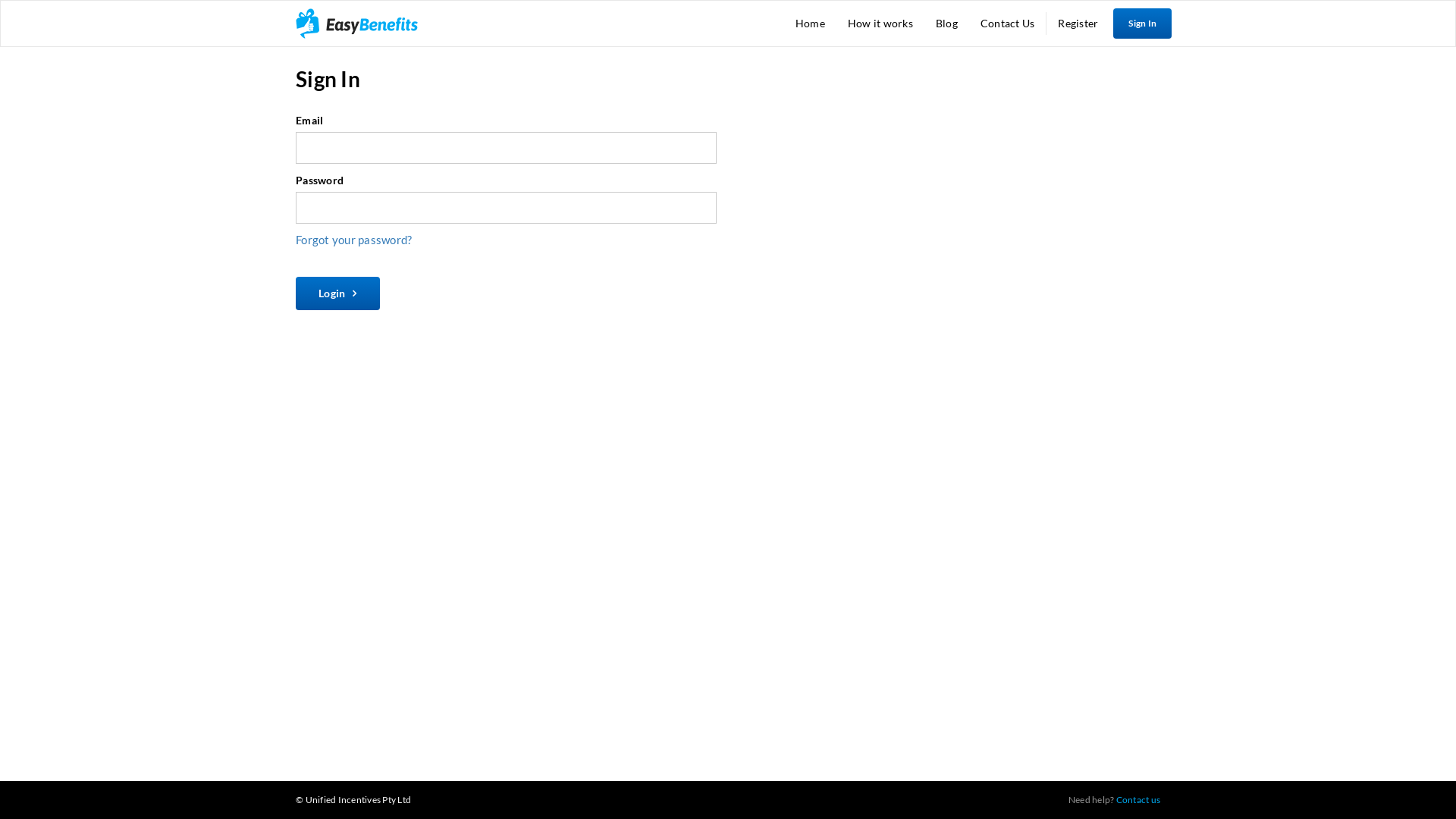 This screenshot has width=1456, height=819. What do you see at coordinates (809, 23) in the screenshot?
I see `'Home'` at bounding box center [809, 23].